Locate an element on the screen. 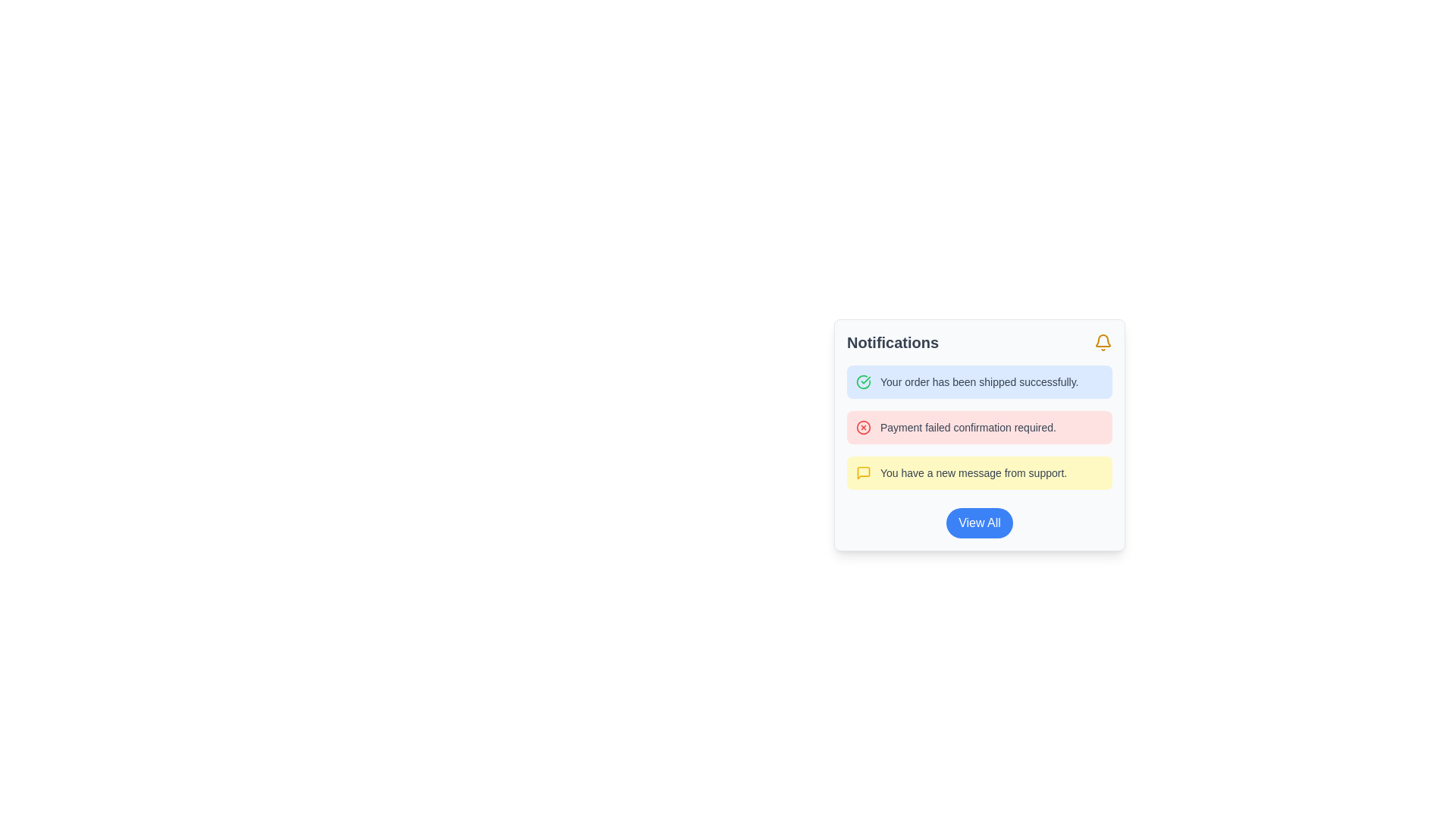  the hollow bell-shaped icon outlined in yellow, located in the top-right corner of the notification panel next to the 'Notifications' title is located at coordinates (1103, 340).